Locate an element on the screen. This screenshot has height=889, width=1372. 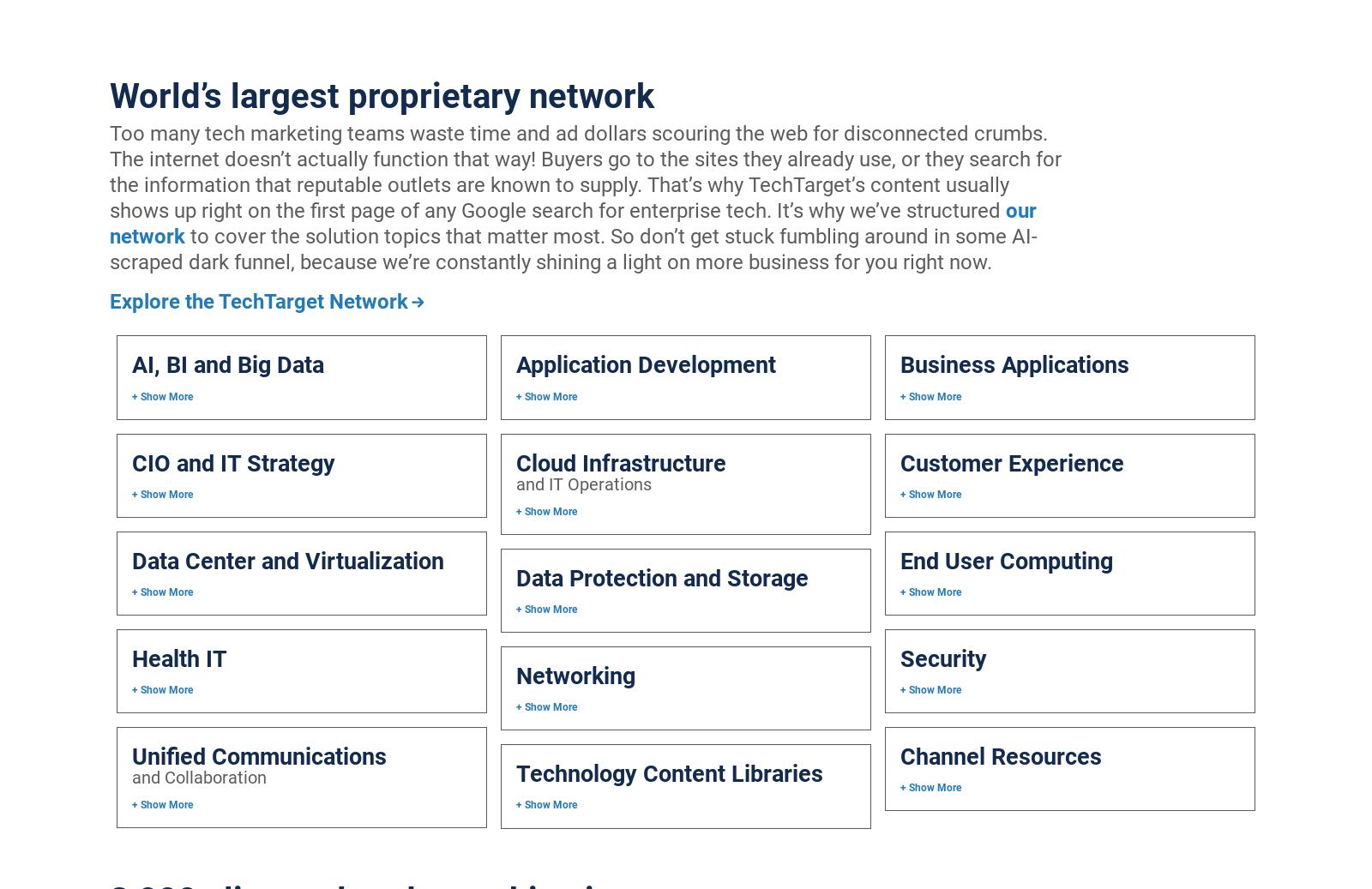
'End User Computing' is located at coordinates (1005, 561).